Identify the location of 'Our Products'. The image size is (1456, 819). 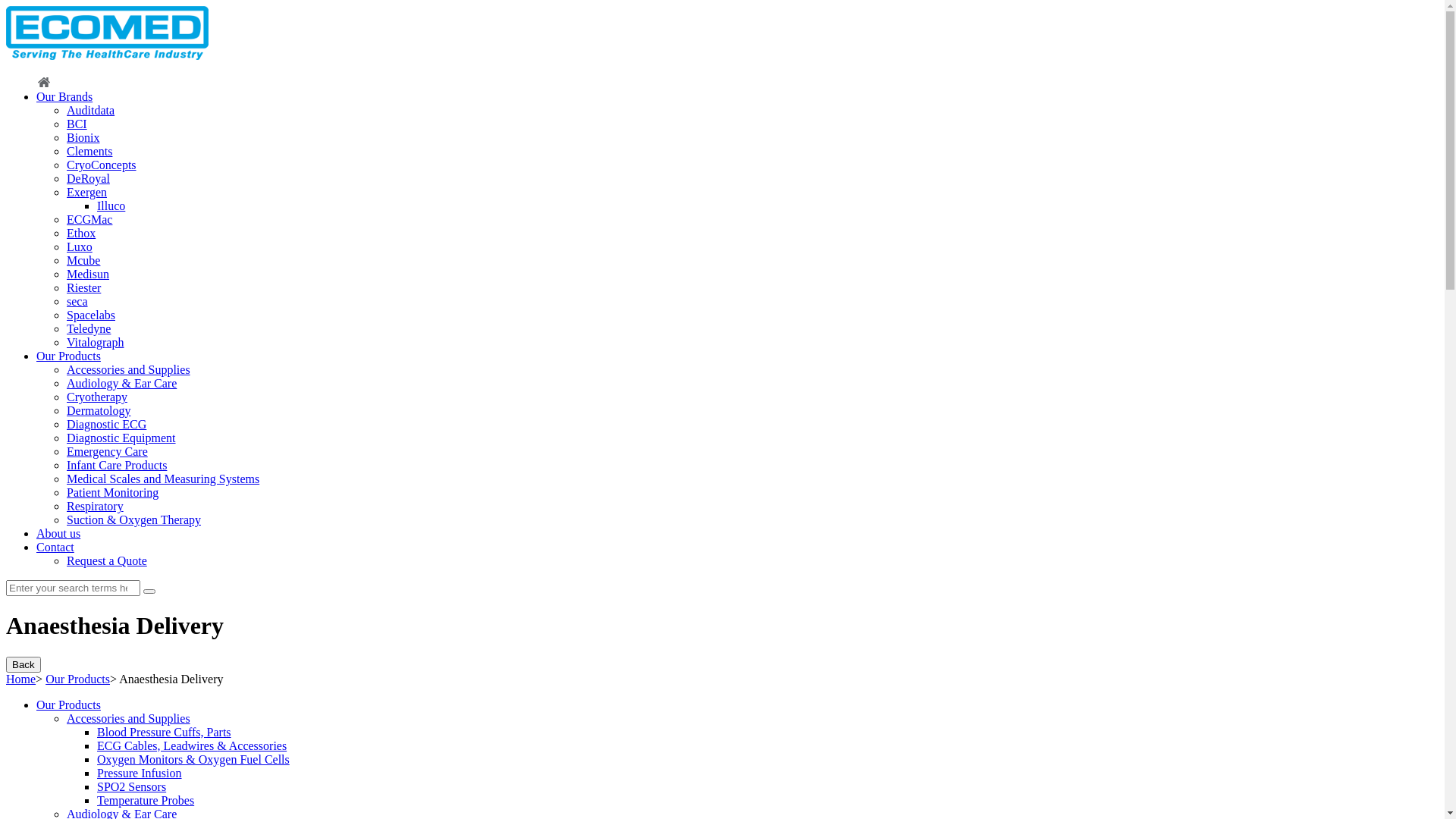
(77, 678).